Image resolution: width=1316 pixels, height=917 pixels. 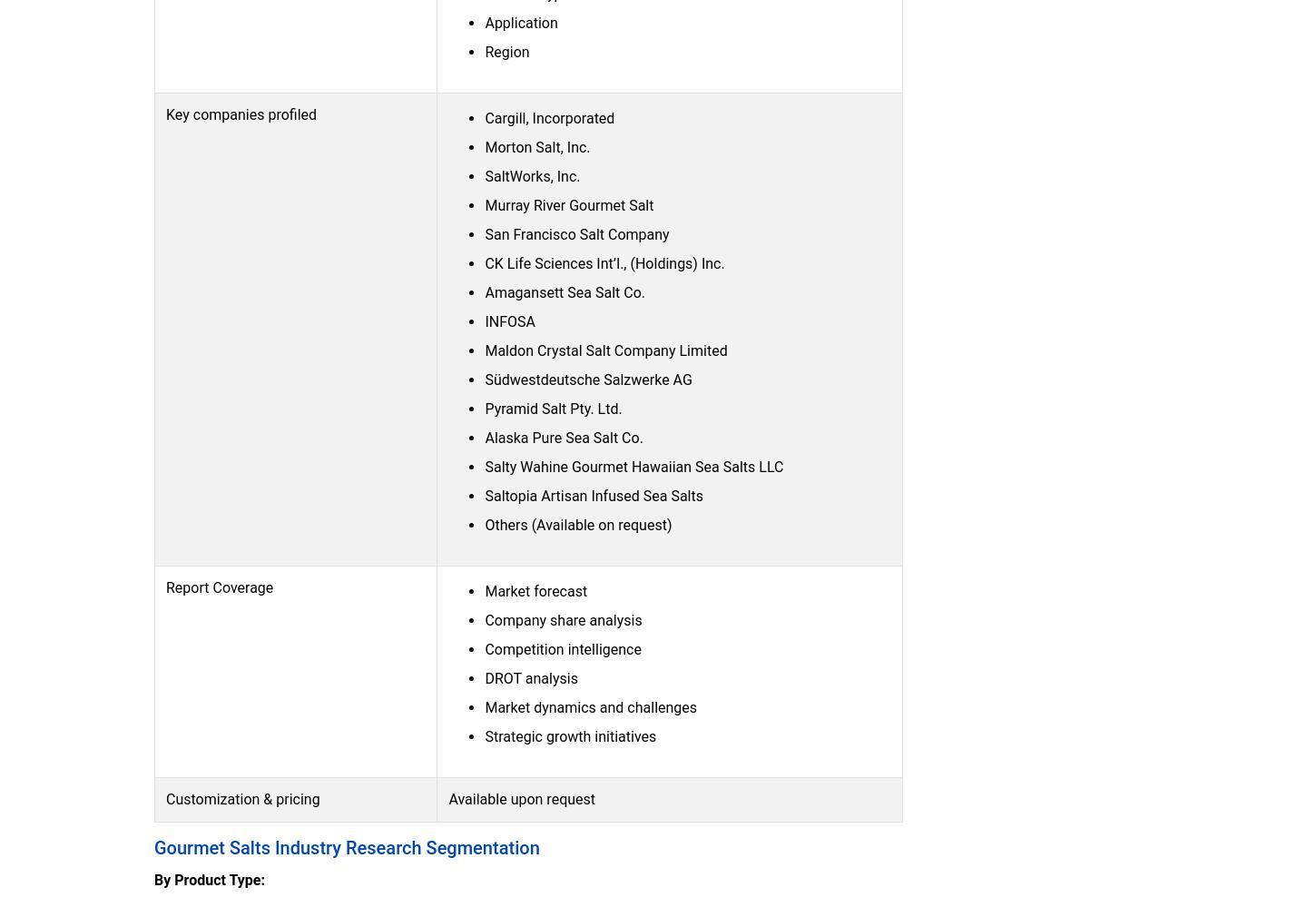 I want to click on 'Maldon Crystal Salt Company Limited', so click(x=604, y=350).